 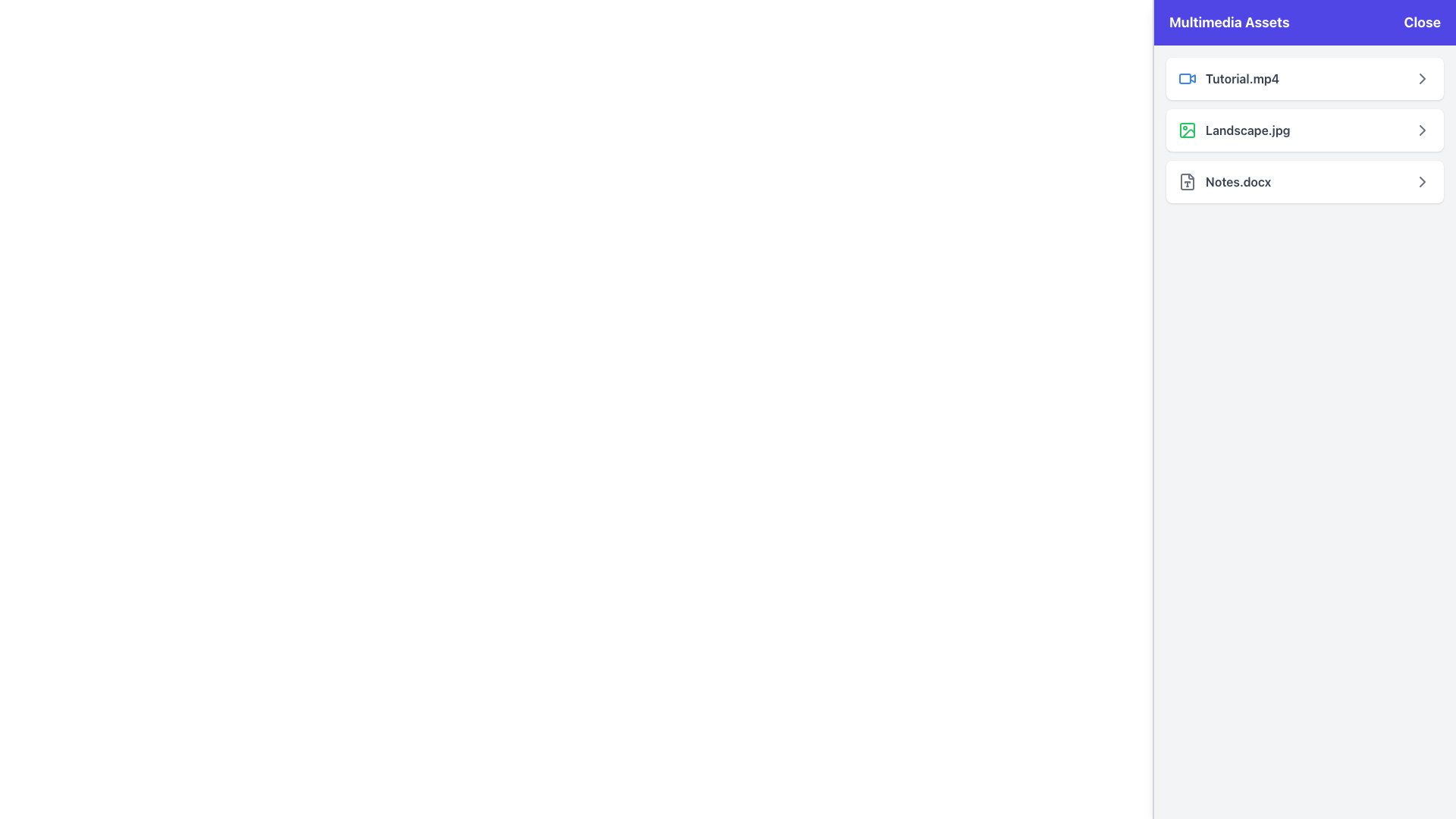 I want to click on the right-pointing chevron icon located at the end of the 'Landscape.jpg' list item, so click(x=1422, y=79).